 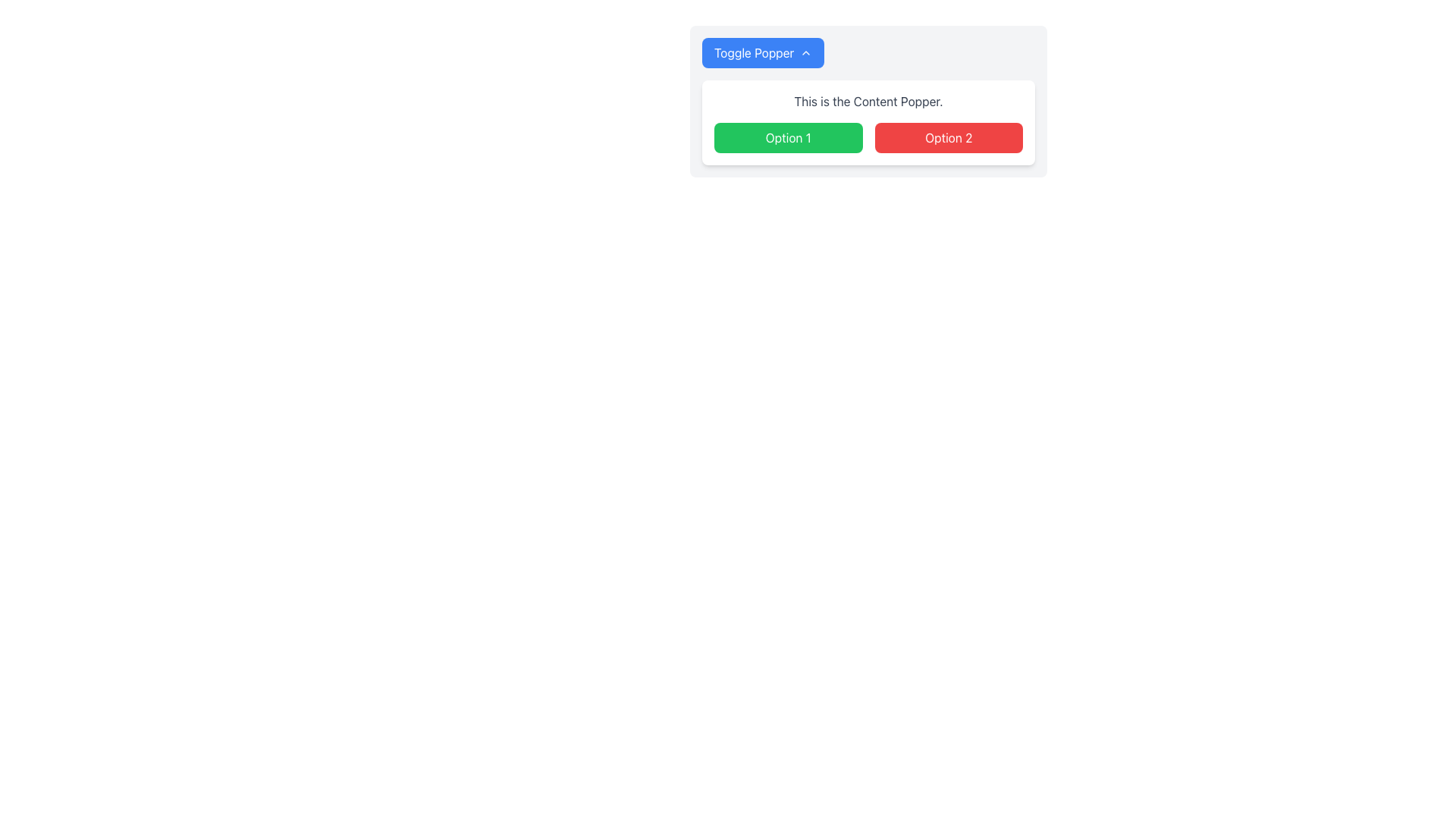 I want to click on the 'Option 2' button, which is the second button in a horizontal layout next to the 'Option 1' button, so click(x=948, y=137).